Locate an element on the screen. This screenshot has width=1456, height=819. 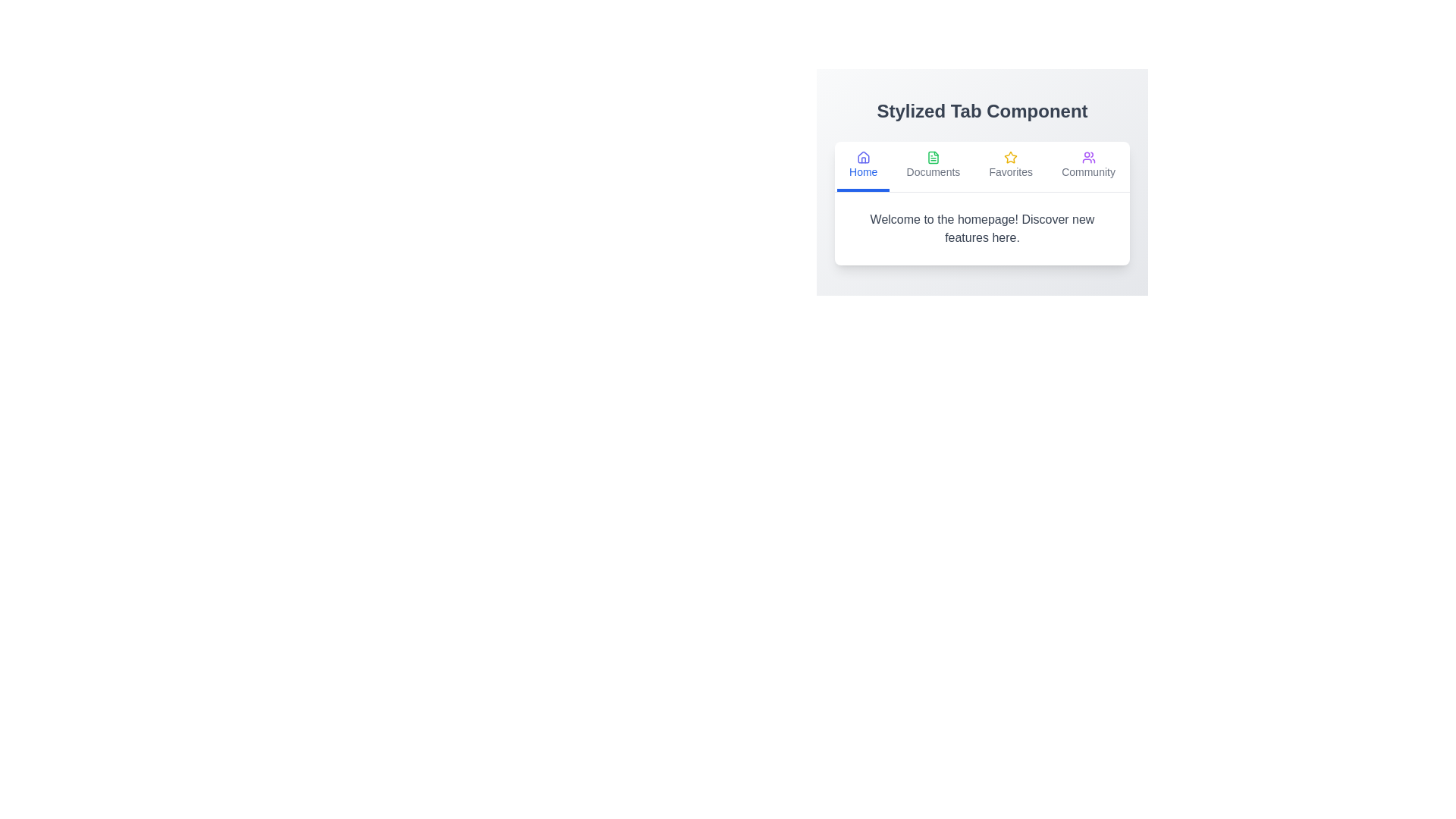
the 'Documents' text label in the navigation bar is located at coordinates (931, 171).